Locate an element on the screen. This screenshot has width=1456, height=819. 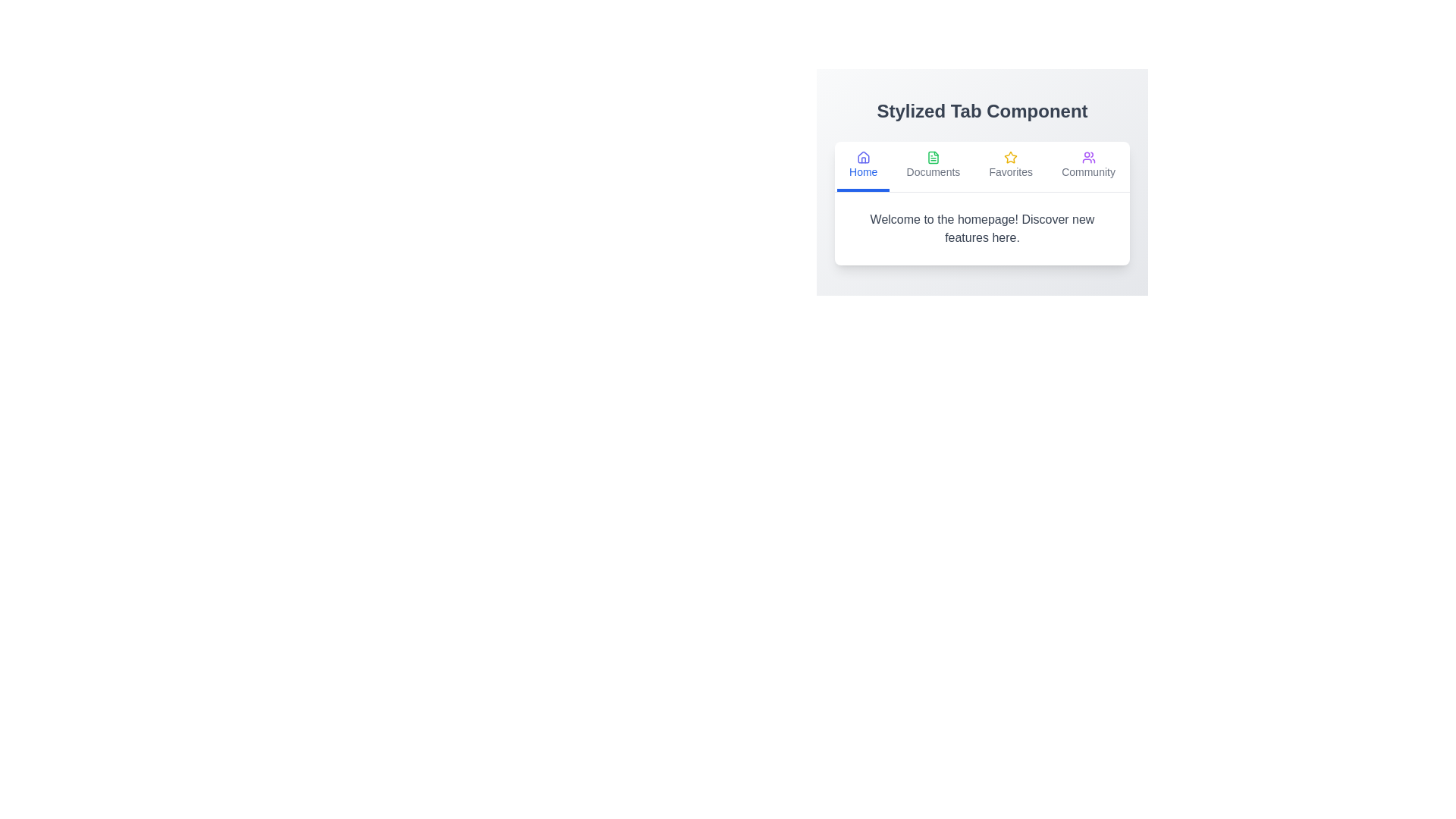
the 'Documents' text label in the navigation bar is located at coordinates (931, 171).